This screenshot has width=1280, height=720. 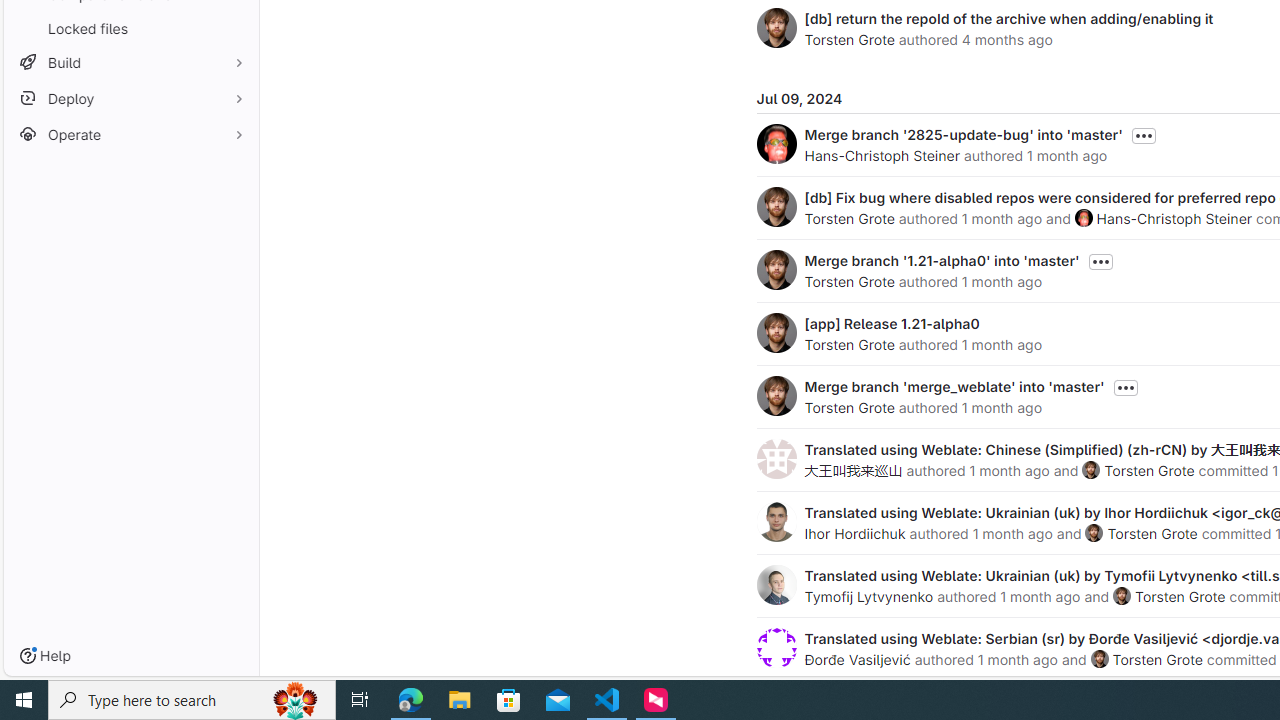 I want to click on 'Toggle commit description', so click(x=1125, y=388).